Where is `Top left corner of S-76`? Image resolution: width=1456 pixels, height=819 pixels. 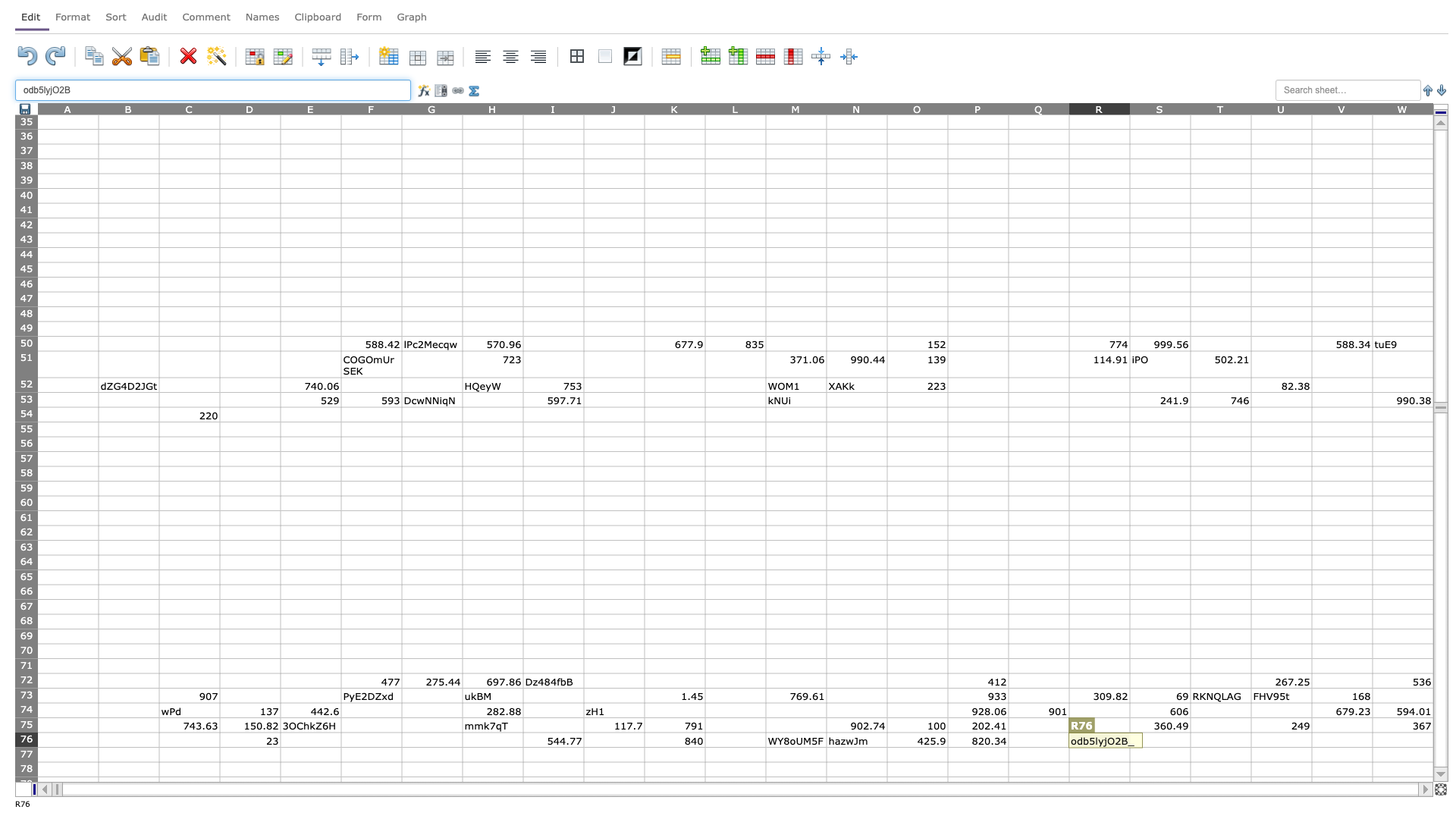 Top left corner of S-76 is located at coordinates (1129, 731).